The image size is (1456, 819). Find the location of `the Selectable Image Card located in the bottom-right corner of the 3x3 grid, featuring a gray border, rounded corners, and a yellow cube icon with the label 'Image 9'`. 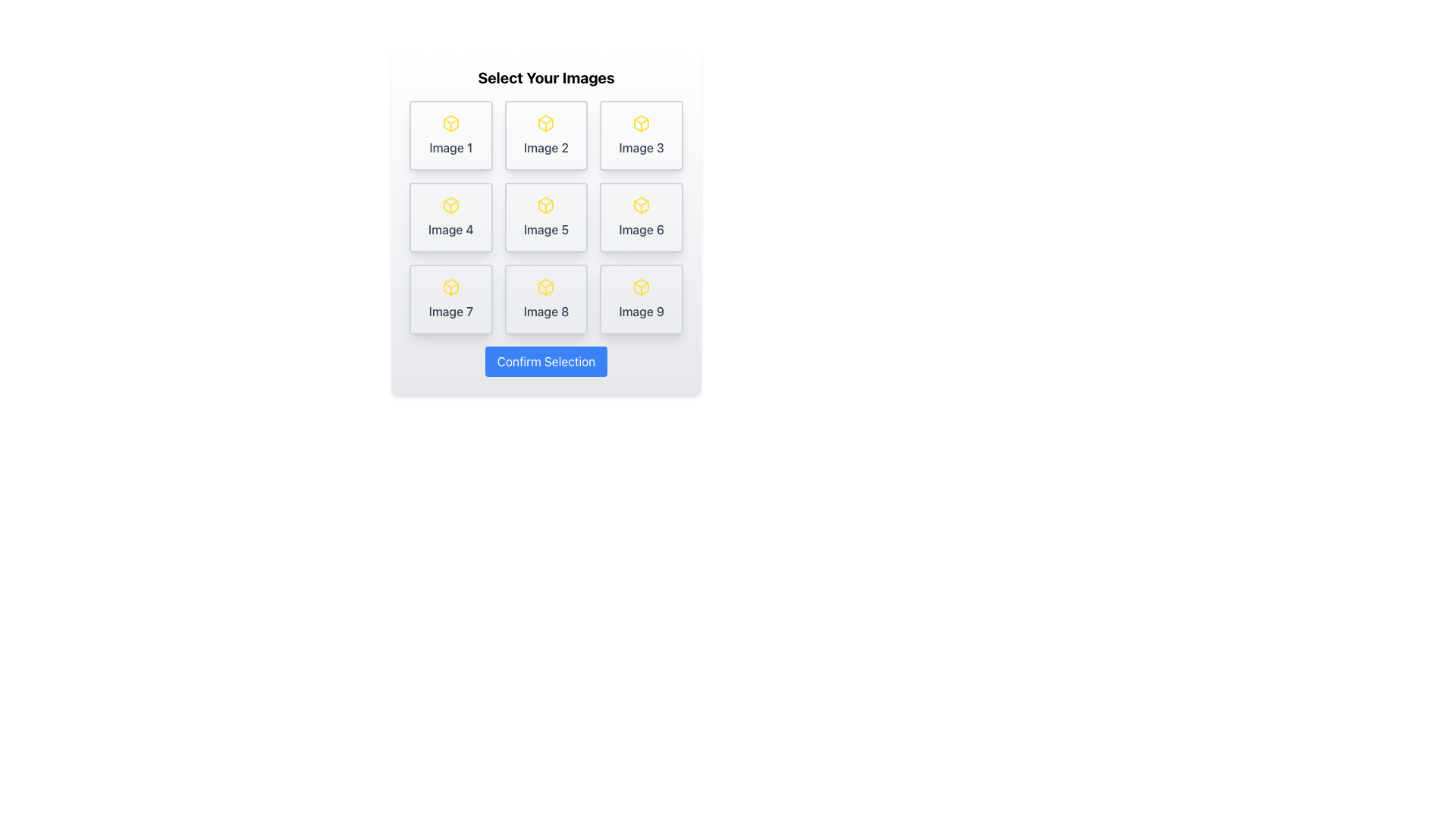

the Selectable Image Card located in the bottom-right corner of the 3x3 grid, featuring a gray border, rounded corners, and a yellow cube icon with the label 'Image 9' is located at coordinates (642, 299).